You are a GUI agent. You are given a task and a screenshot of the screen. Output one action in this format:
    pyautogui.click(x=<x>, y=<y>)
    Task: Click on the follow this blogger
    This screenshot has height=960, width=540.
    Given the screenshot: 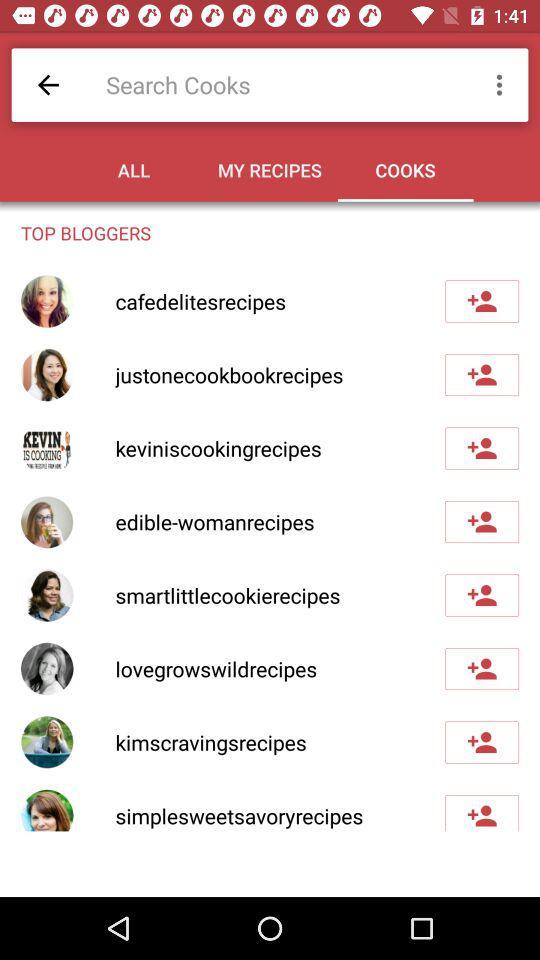 What is the action you would take?
    pyautogui.click(x=481, y=741)
    